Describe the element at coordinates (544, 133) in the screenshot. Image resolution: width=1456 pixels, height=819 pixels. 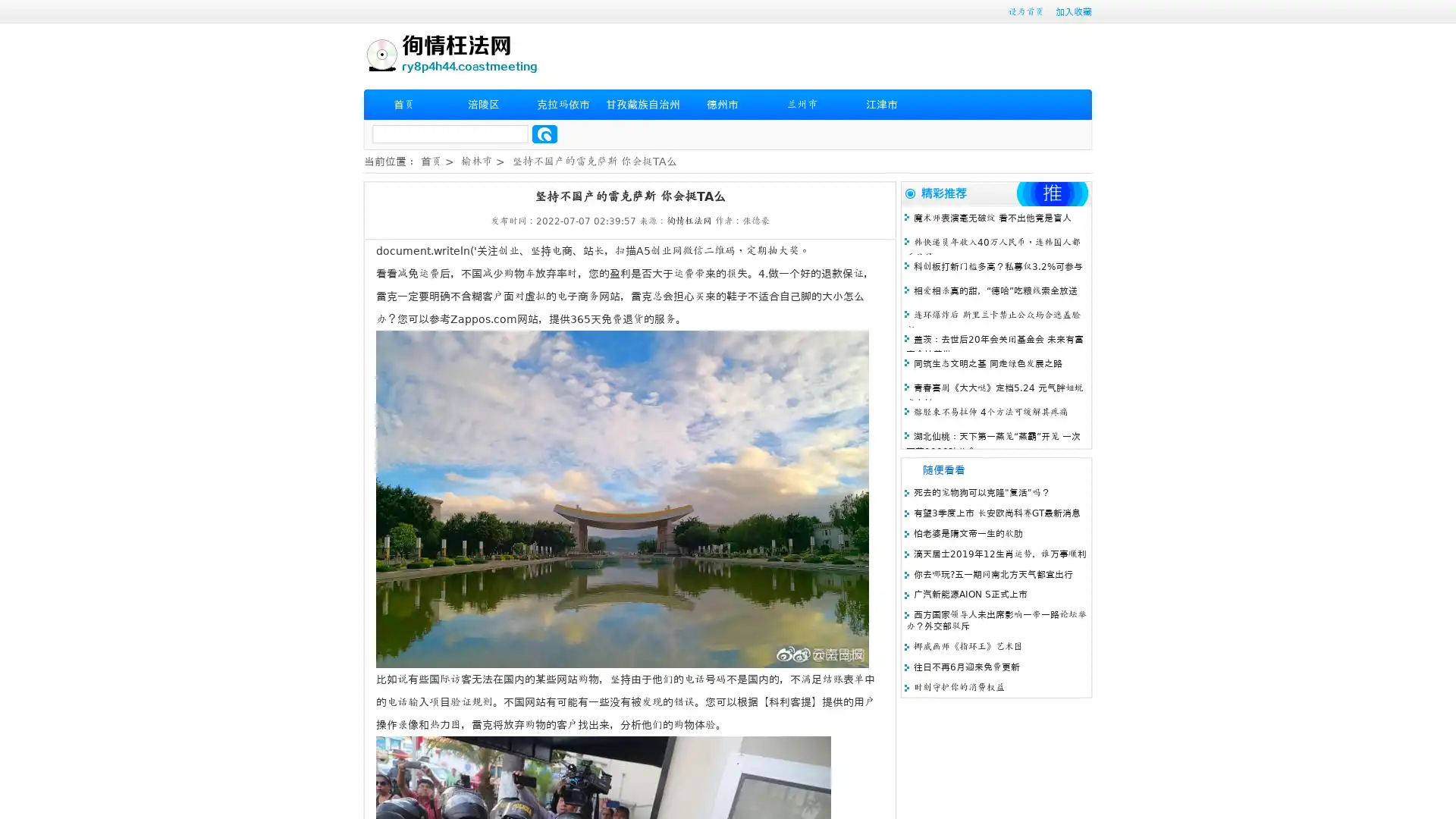
I see `Search` at that location.